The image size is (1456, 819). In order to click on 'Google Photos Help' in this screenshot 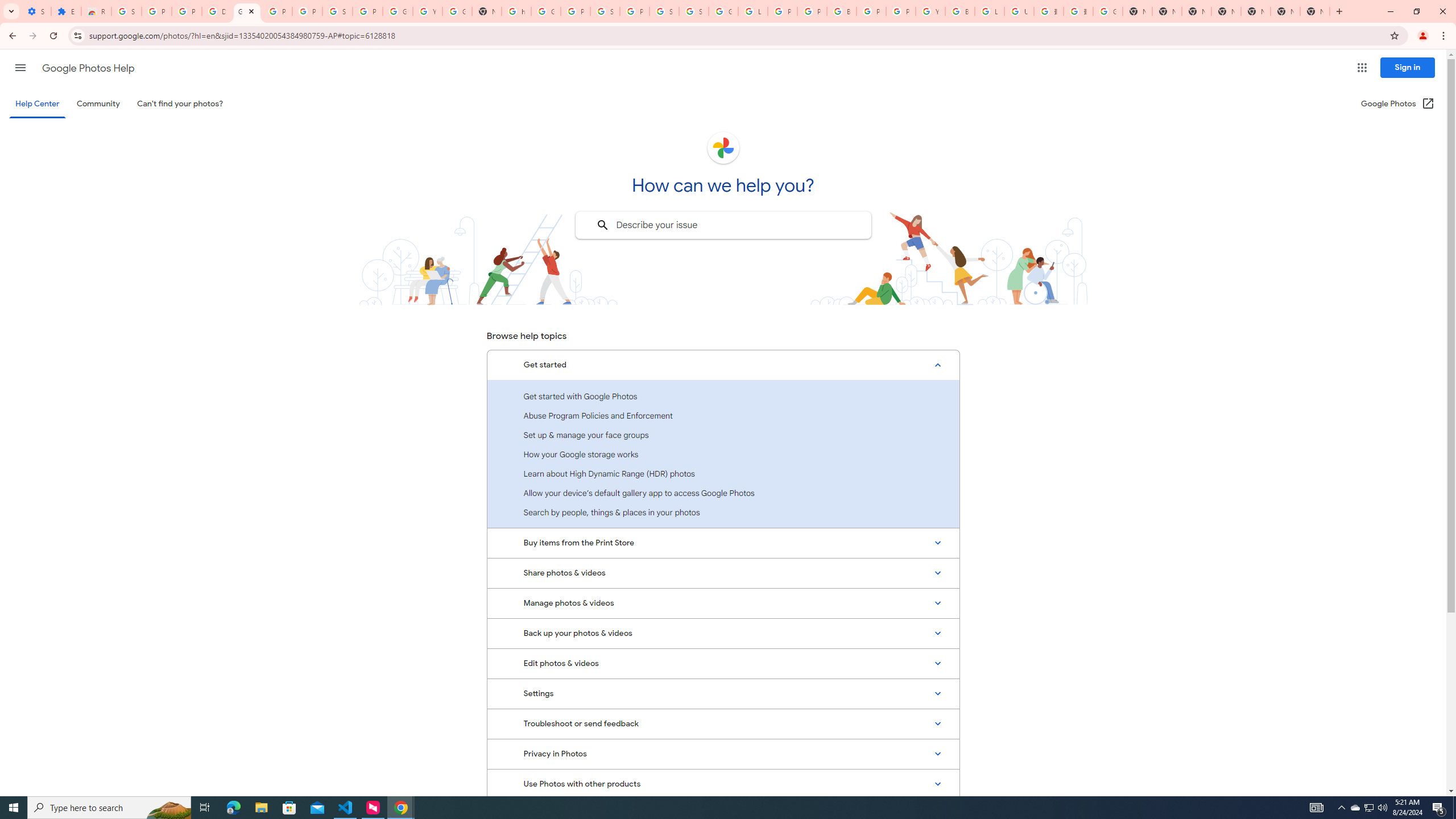, I will do `click(88, 68)`.